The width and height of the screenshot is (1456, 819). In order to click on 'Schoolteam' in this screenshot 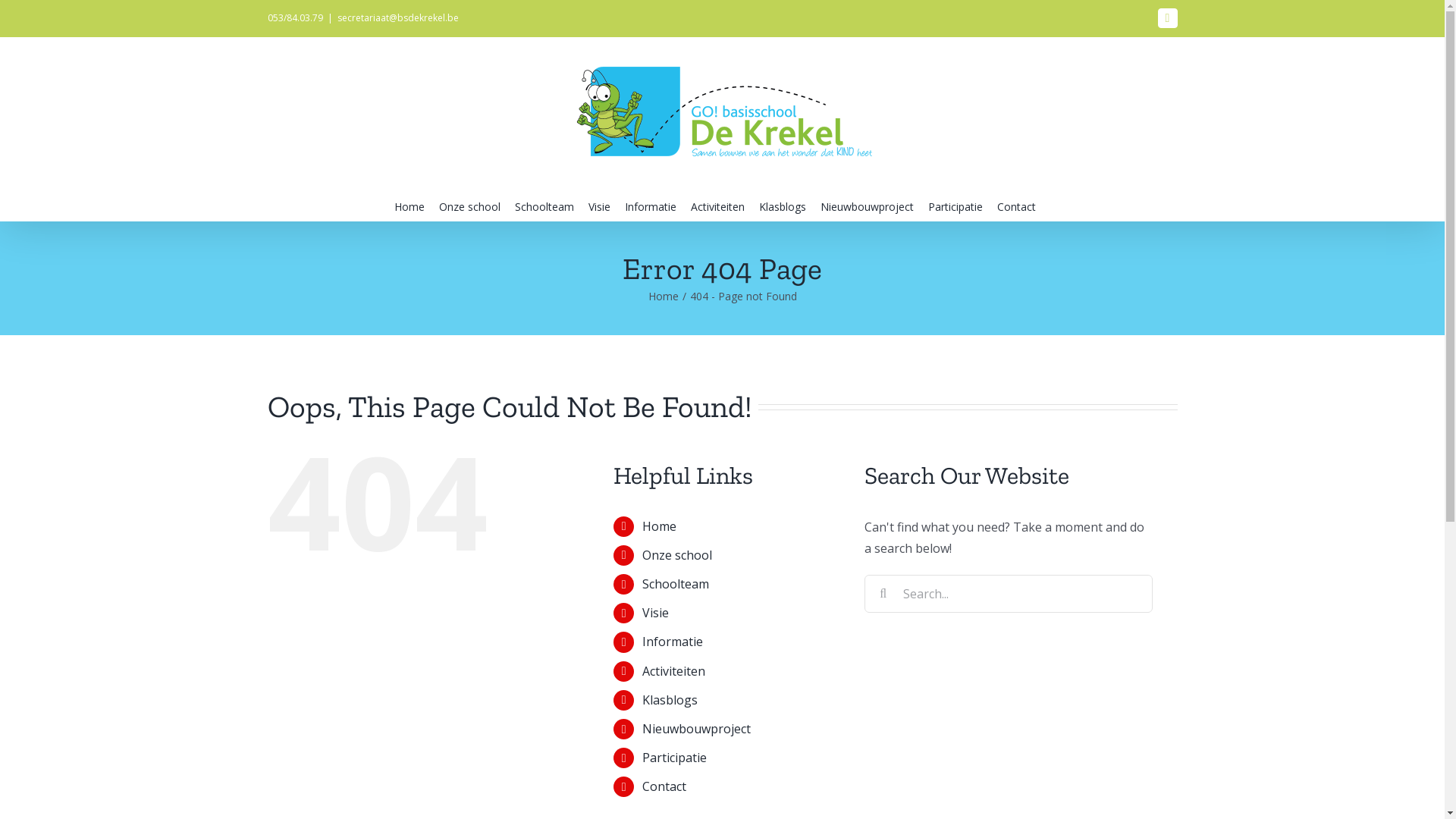, I will do `click(544, 205)`.